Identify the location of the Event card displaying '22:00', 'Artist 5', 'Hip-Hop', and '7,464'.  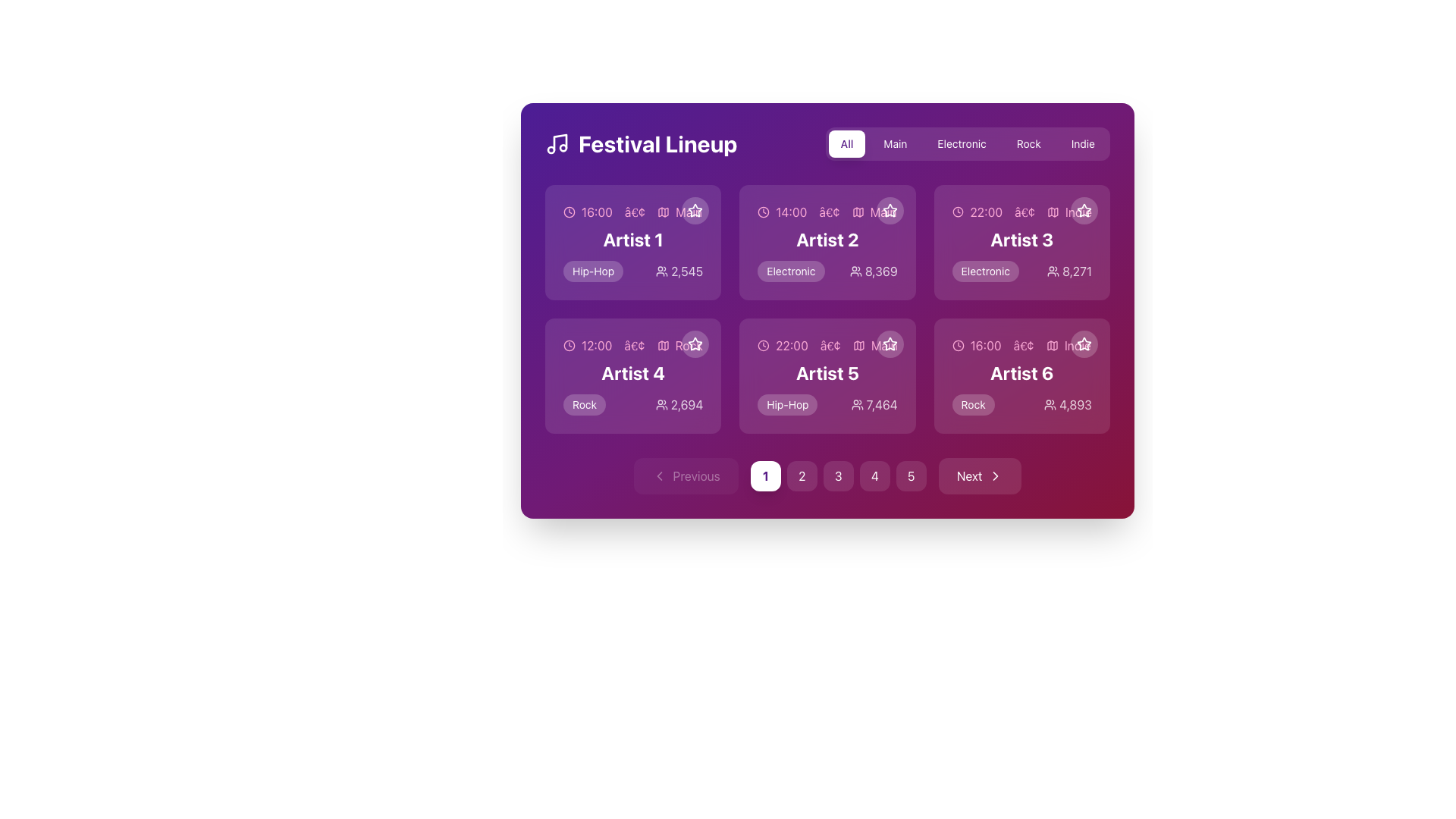
(827, 375).